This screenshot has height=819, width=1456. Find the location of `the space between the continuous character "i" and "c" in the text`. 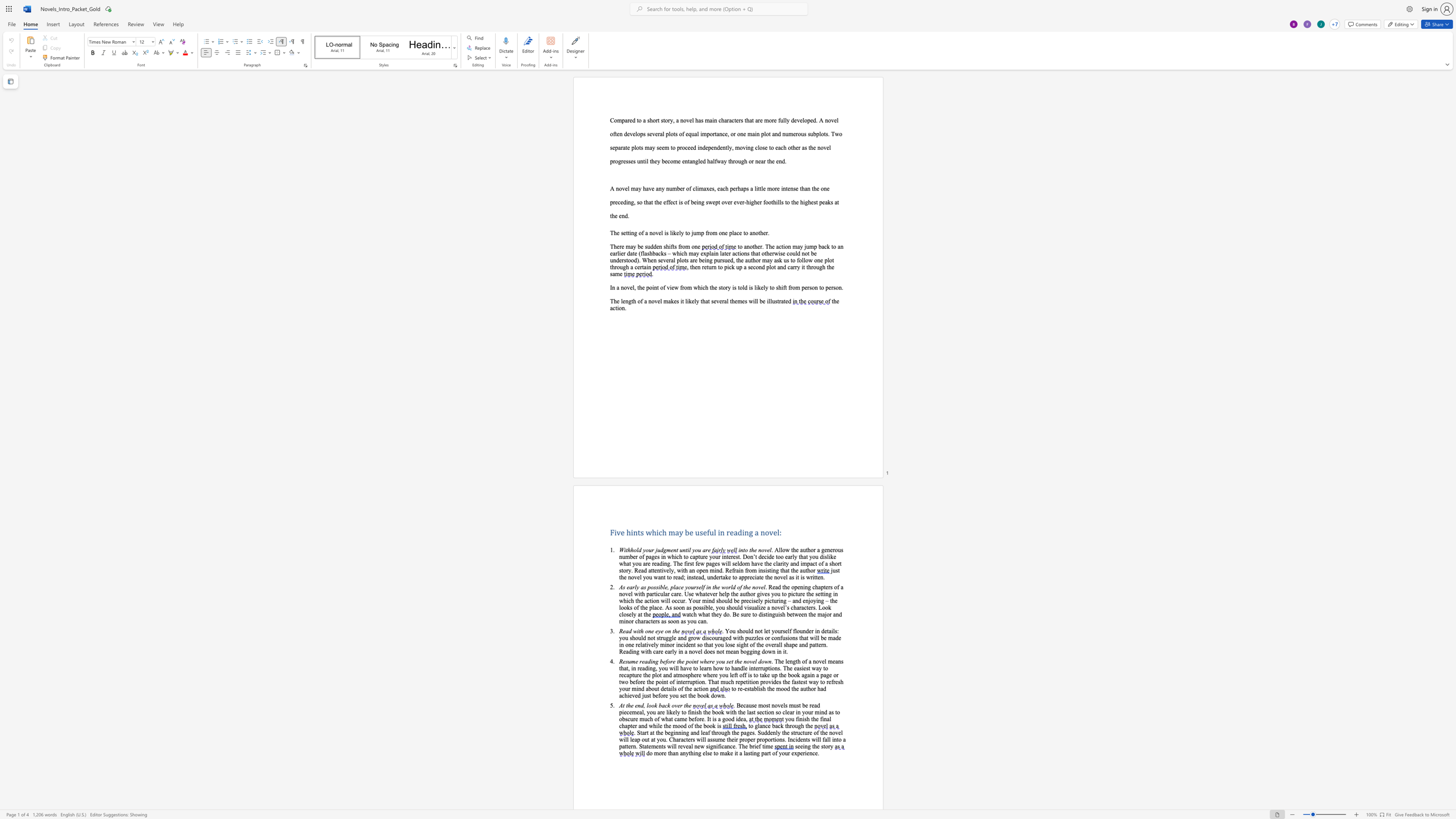

the space between the continuous character "i" and "c" in the text is located at coordinates (658, 532).